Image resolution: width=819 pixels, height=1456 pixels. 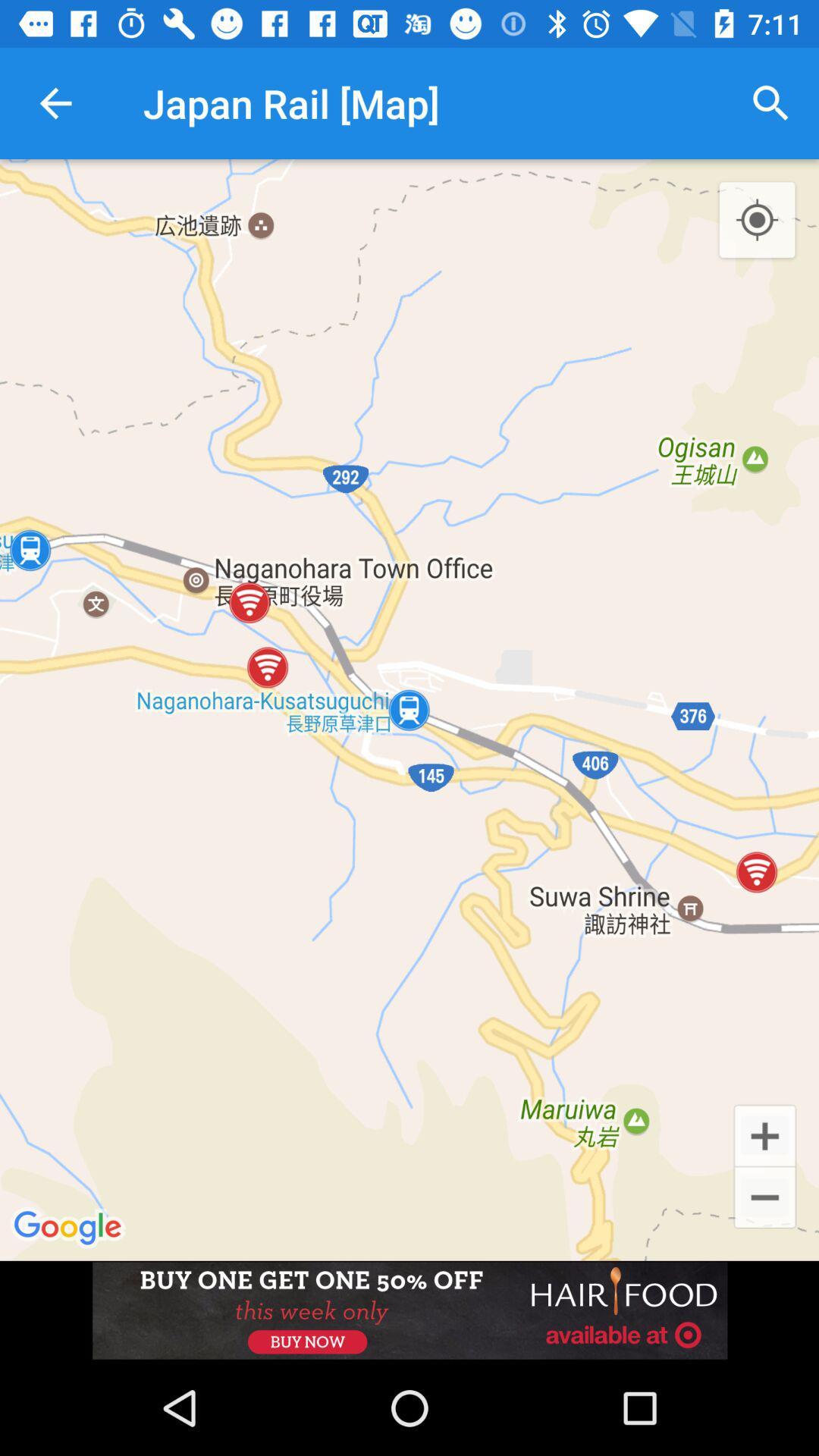 I want to click on the add icon, so click(x=764, y=1135).